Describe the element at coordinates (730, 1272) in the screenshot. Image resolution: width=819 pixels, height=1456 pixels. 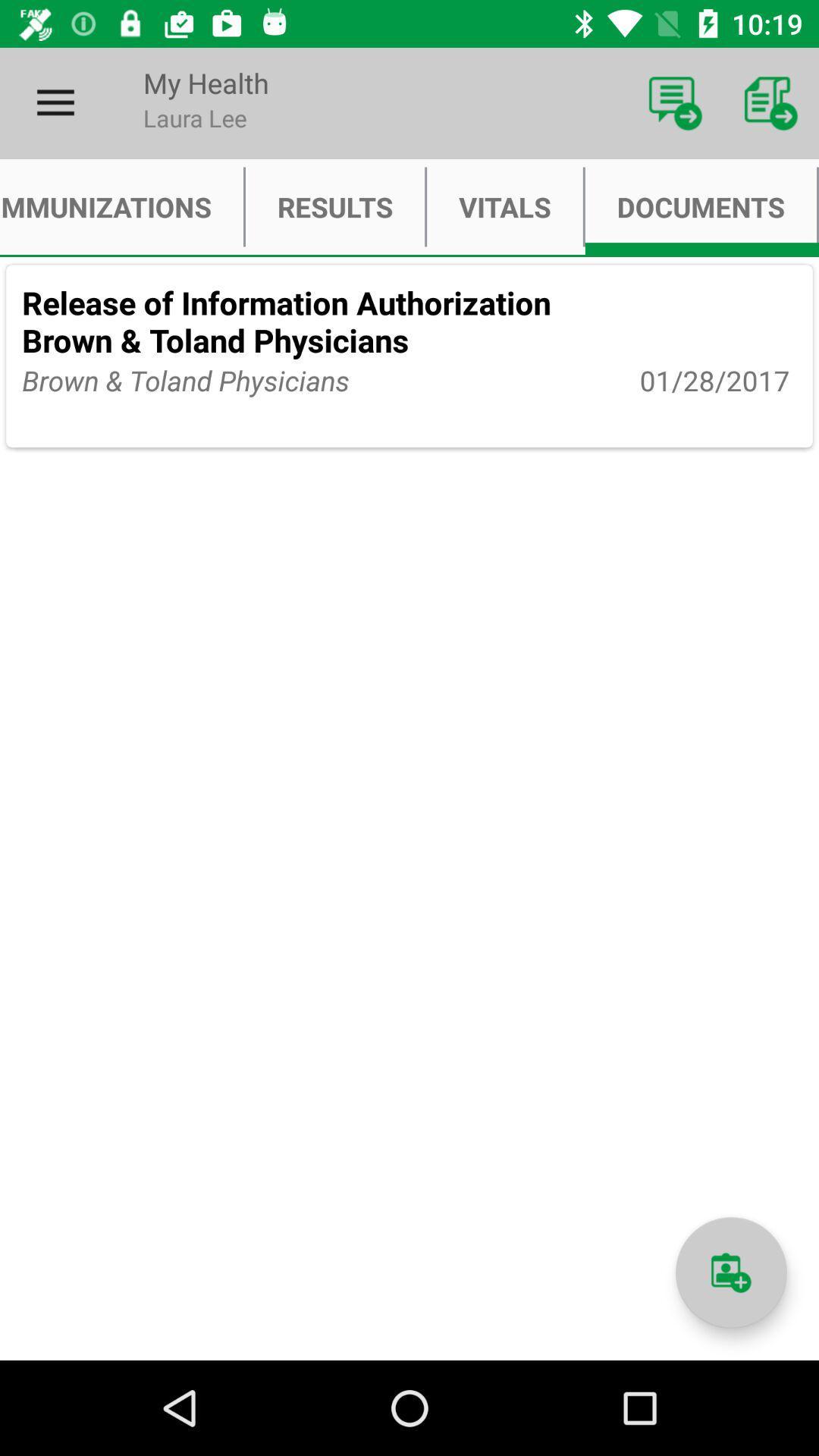
I see `icon at the bottom right corner` at that location.